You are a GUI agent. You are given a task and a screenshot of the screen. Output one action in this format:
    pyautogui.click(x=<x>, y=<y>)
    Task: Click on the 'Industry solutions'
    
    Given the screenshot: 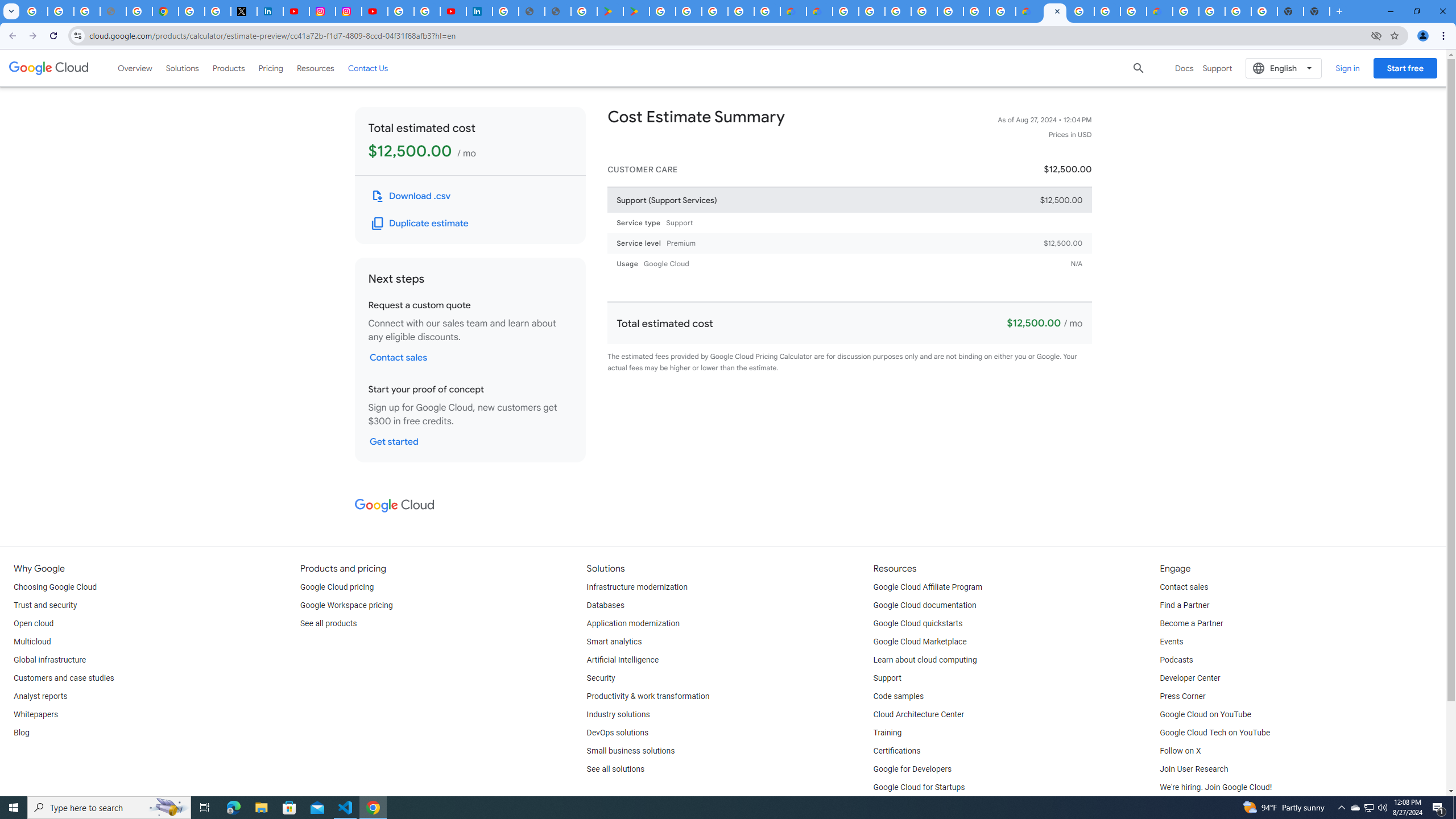 What is the action you would take?
    pyautogui.click(x=617, y=714)
    